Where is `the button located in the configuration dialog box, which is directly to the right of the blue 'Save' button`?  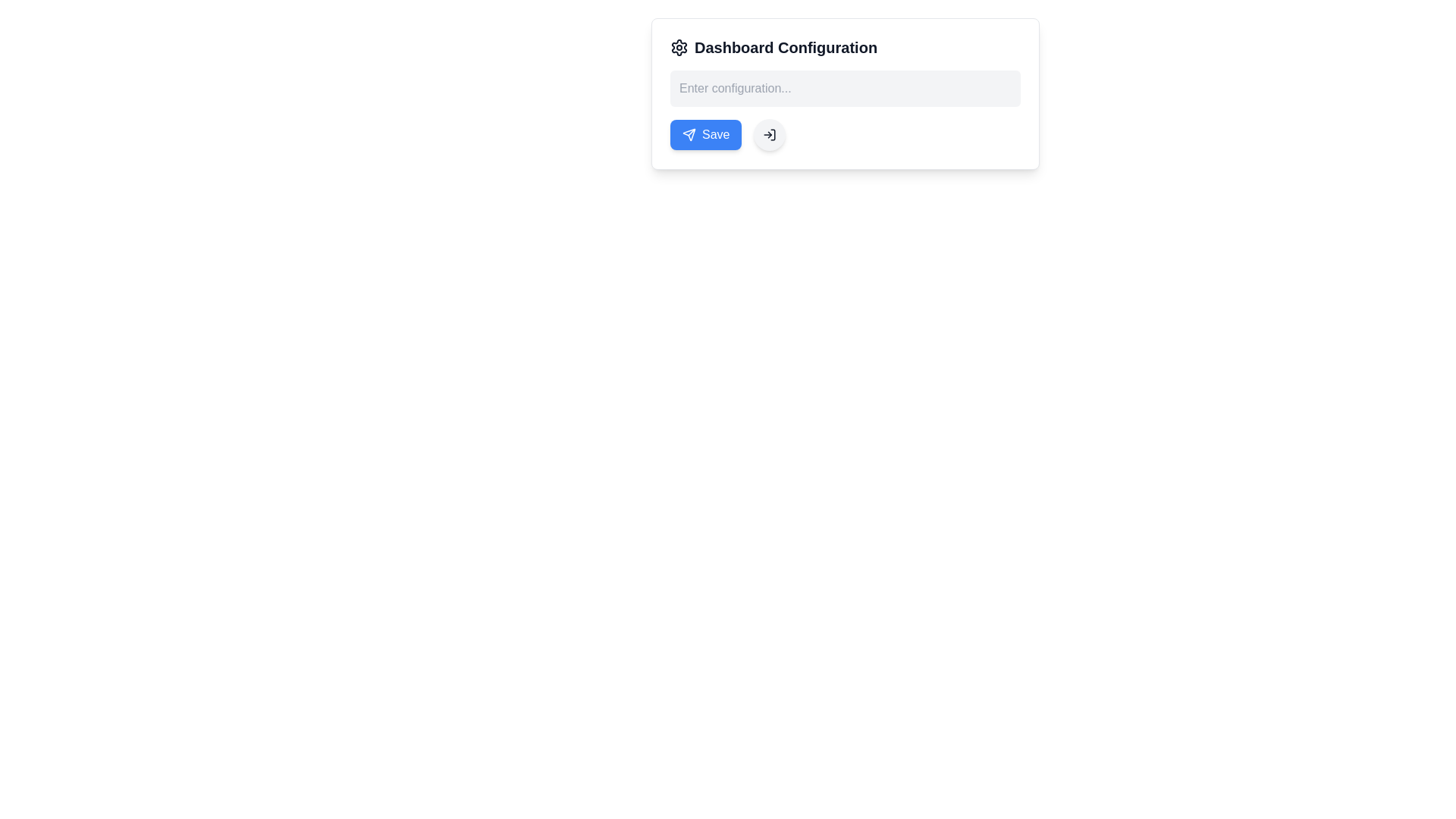
the button located in the configuration dialog box, which is directly to the right of the blue 'Save' button is located at coordinates (770, 133).